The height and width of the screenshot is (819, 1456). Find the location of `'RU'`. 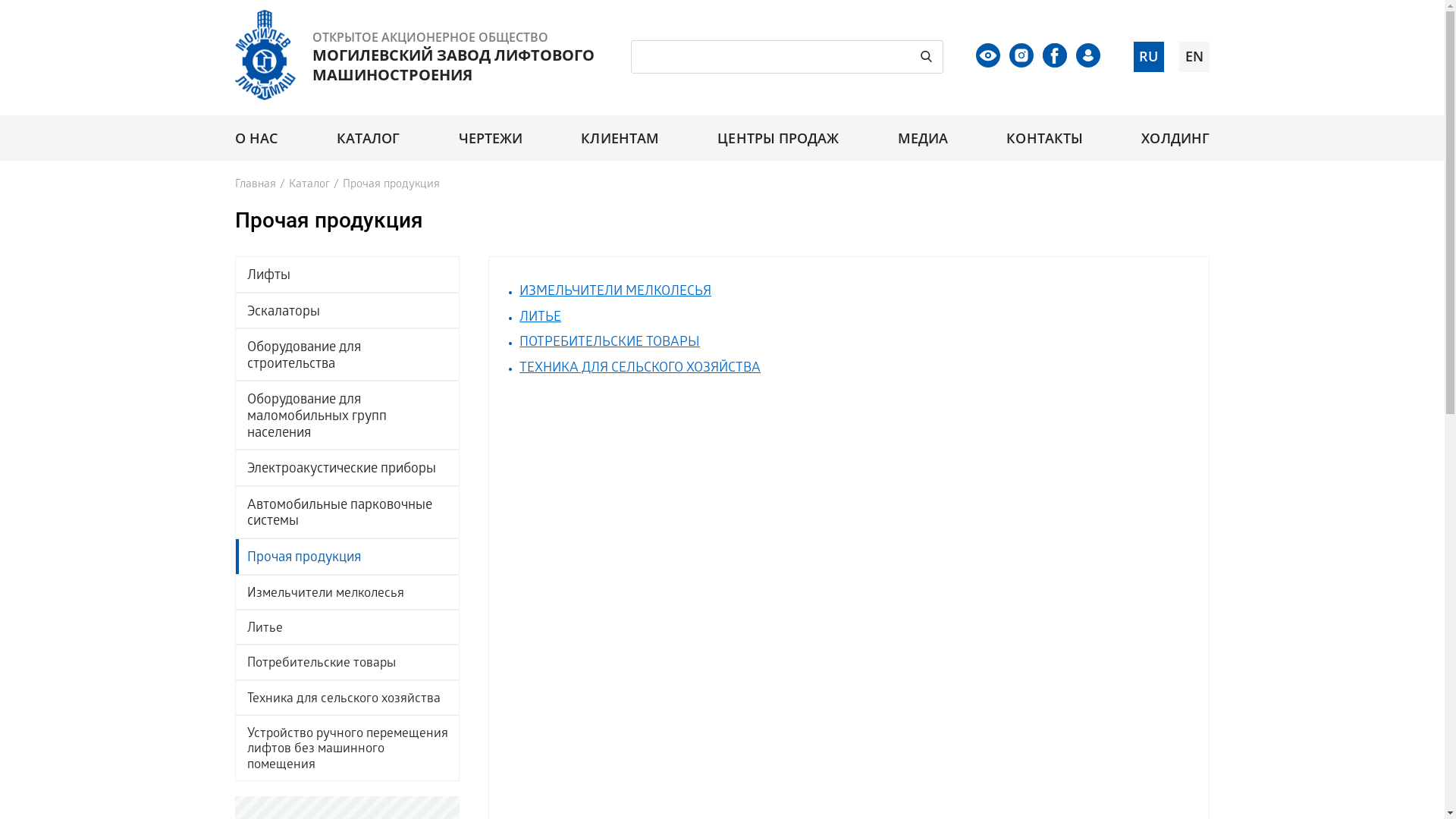

'RU' is located at coordinates (1149, 55).